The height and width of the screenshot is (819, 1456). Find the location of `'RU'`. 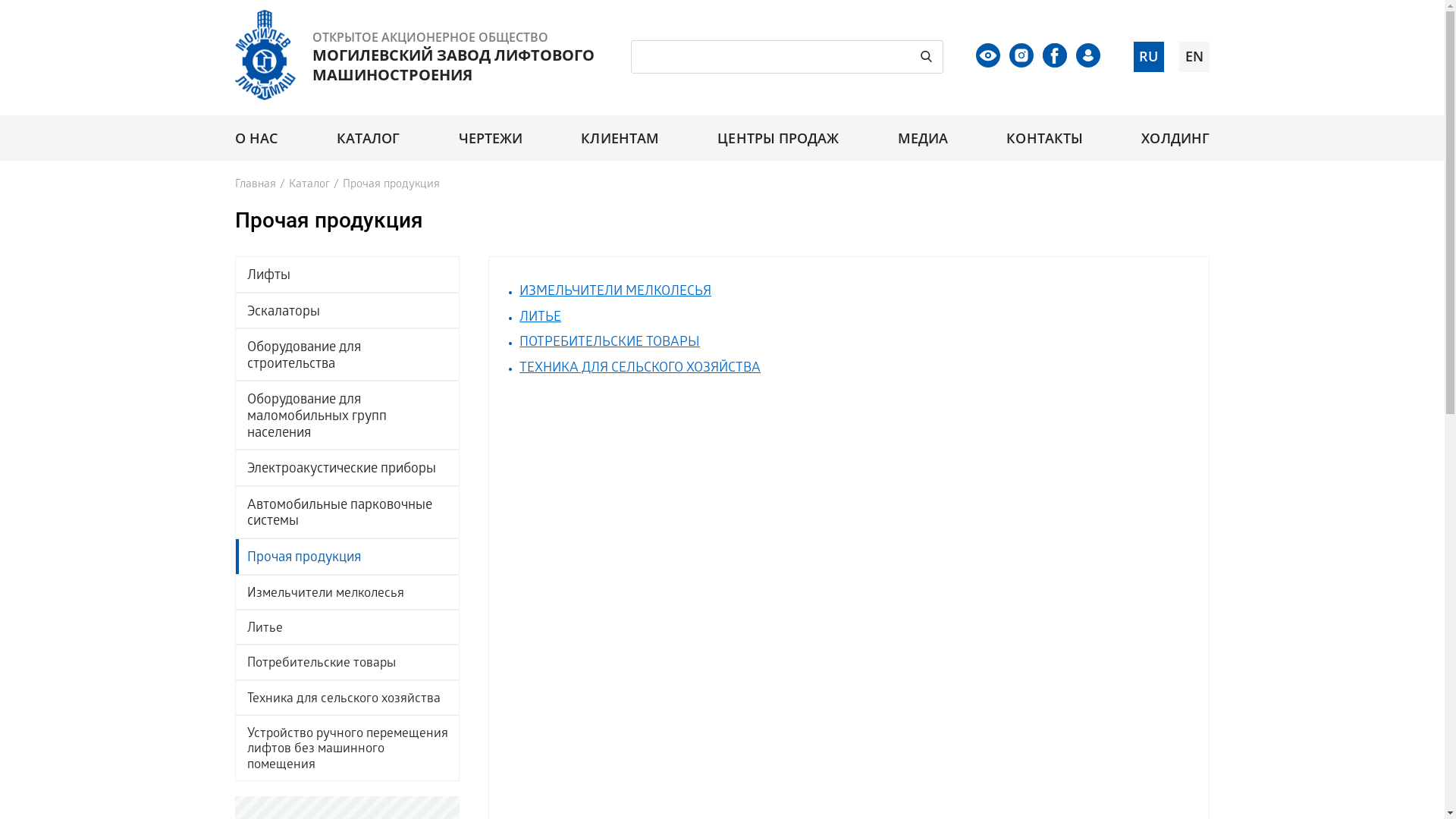

'RU' is located at coordinates (1149, 55).